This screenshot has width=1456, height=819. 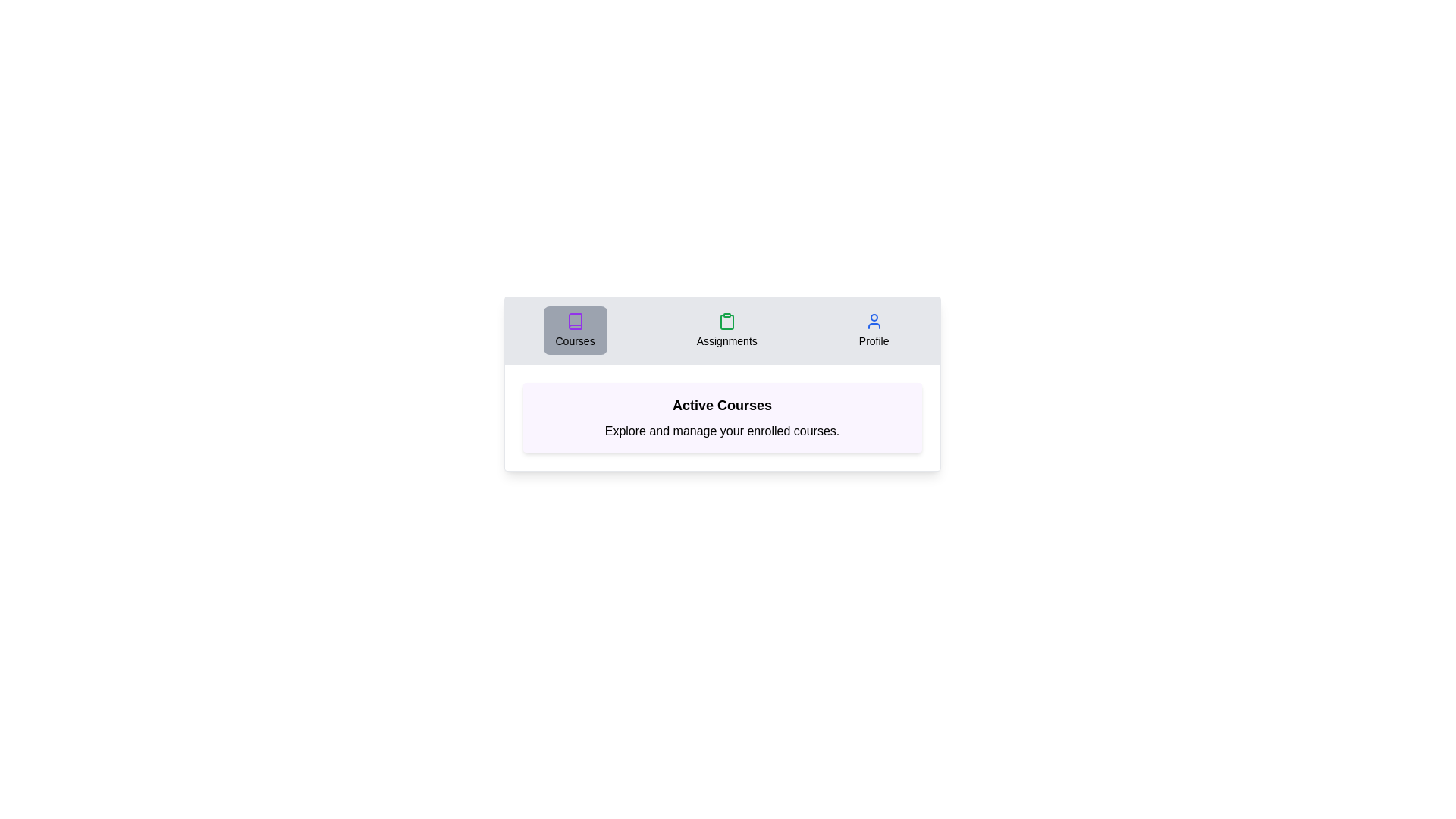 What do you see at coordinates (726, 329) in the screenshot?
I see `the Assignments tab to view its content` at bounding box center [726, 329].